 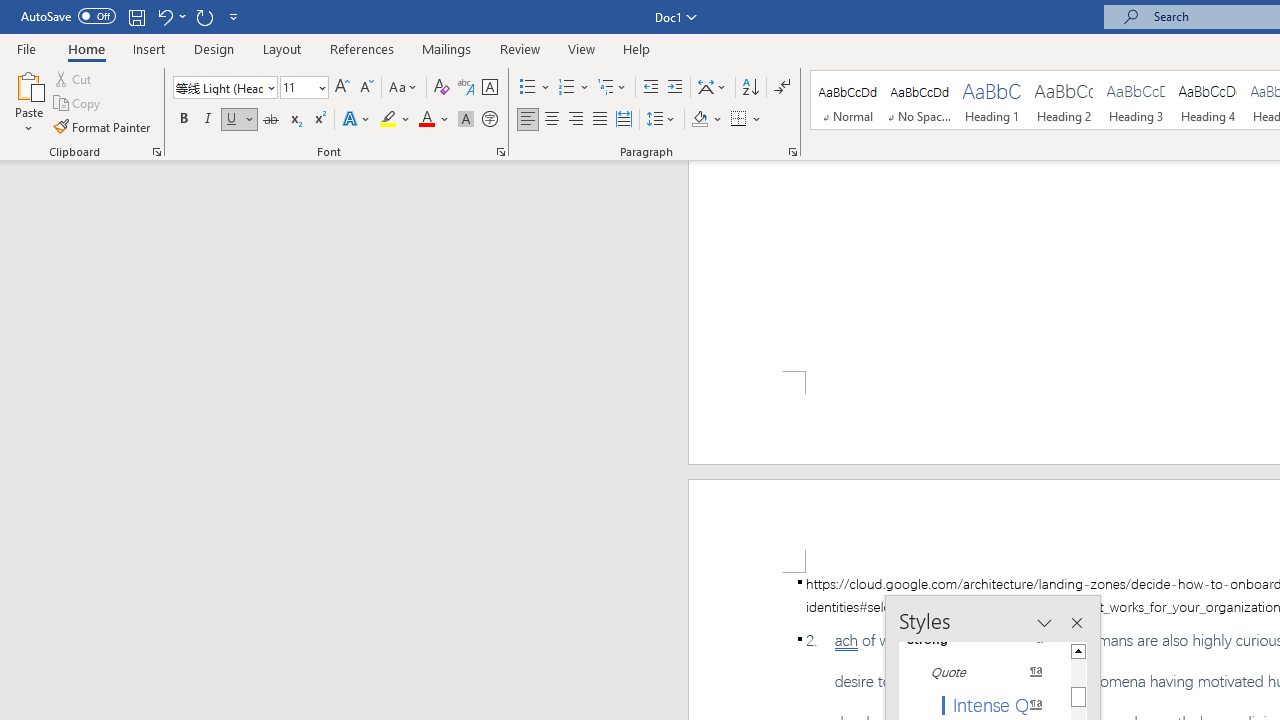 I want to click on 'Distributed', so click(x=623, y=119).